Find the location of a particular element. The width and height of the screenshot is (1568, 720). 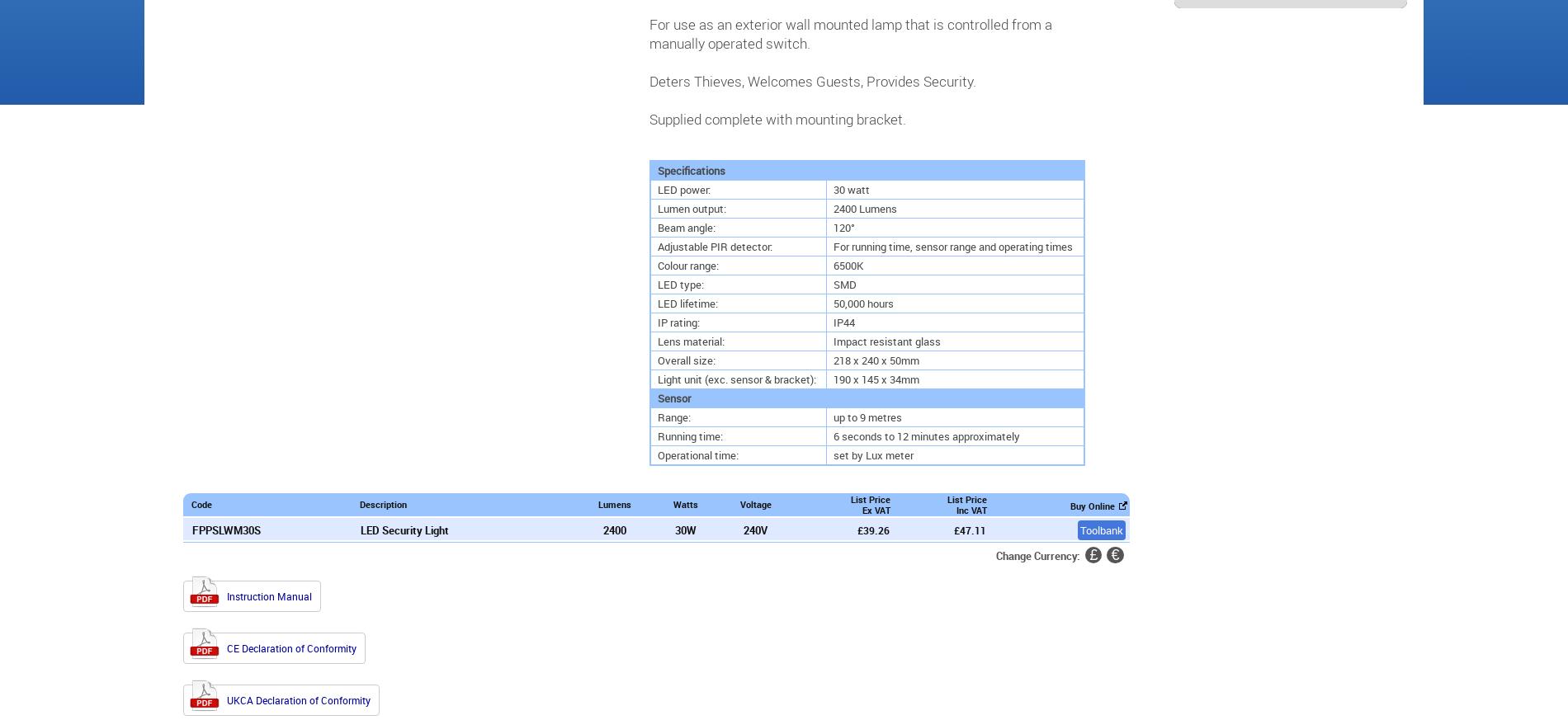

'Supplied complete with mounting bracket.' is located at coordinates (777, 118).